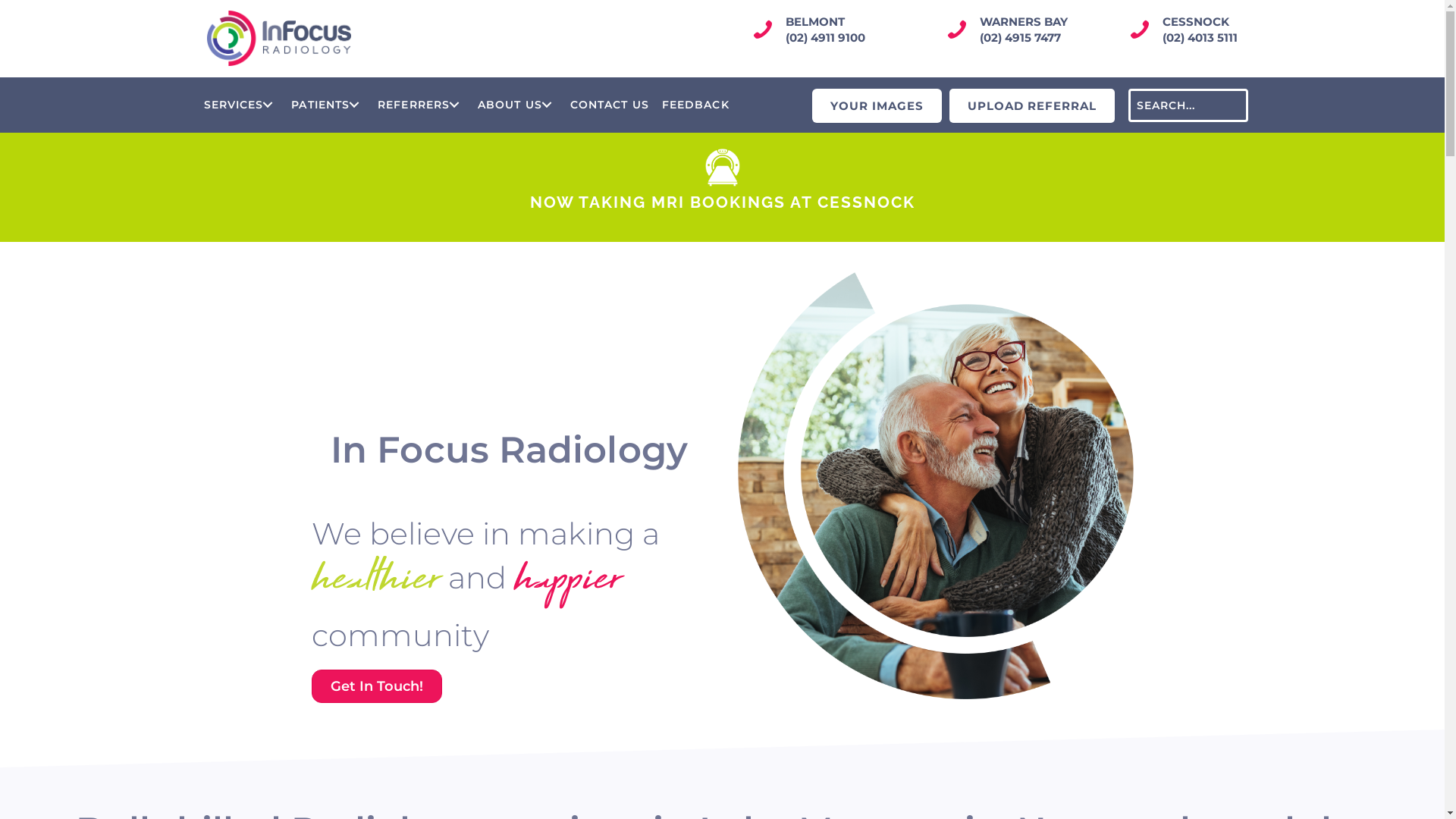 Image resolution: width=1456 pixels, height=819 pixels. I want to click on 'MRI', so click(722, 167).